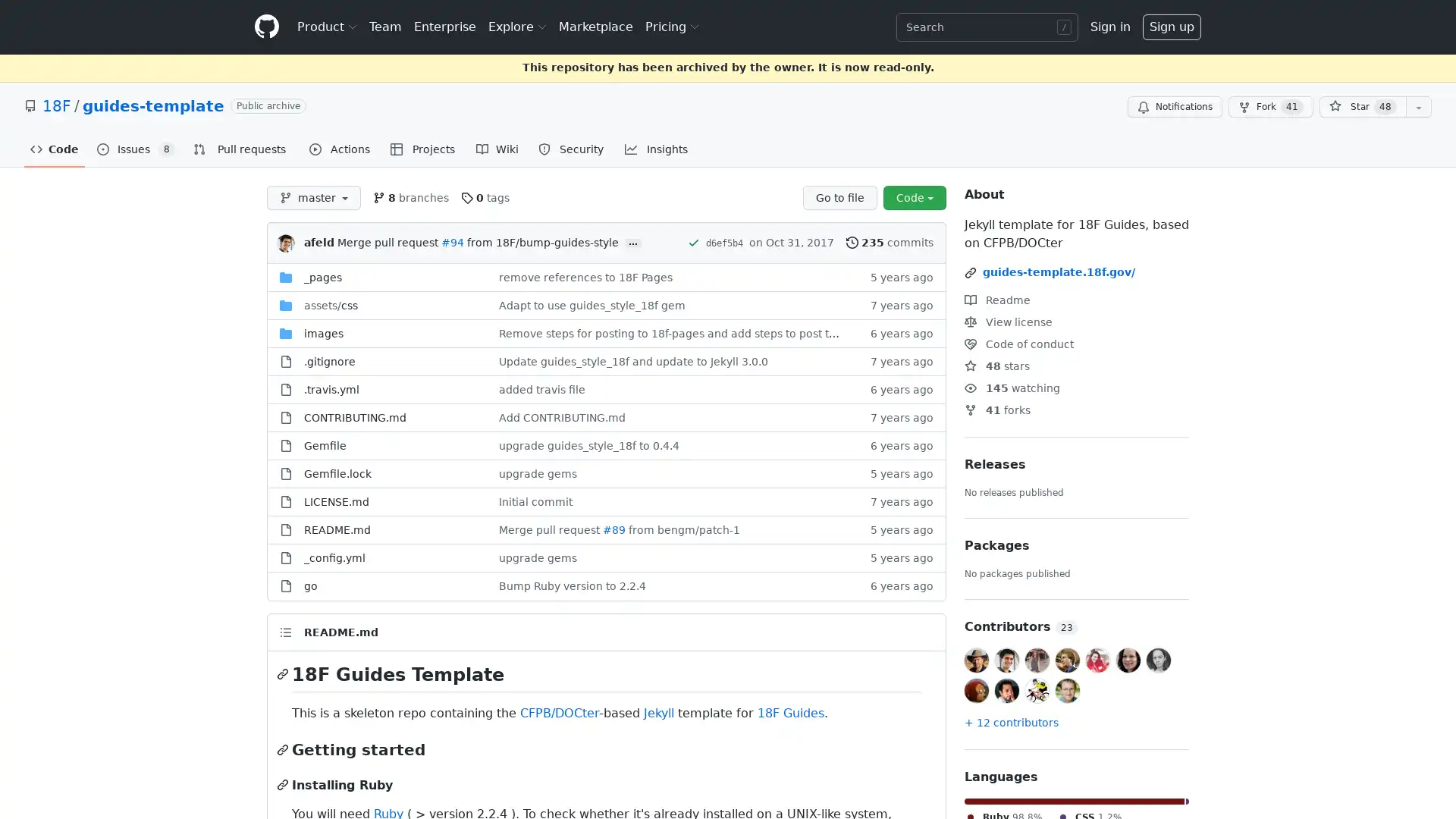 The width and height of the screenshot is (1456, 819). Describe the element at coordinates (633, 242) in the screenshot. I see `...` at that location.